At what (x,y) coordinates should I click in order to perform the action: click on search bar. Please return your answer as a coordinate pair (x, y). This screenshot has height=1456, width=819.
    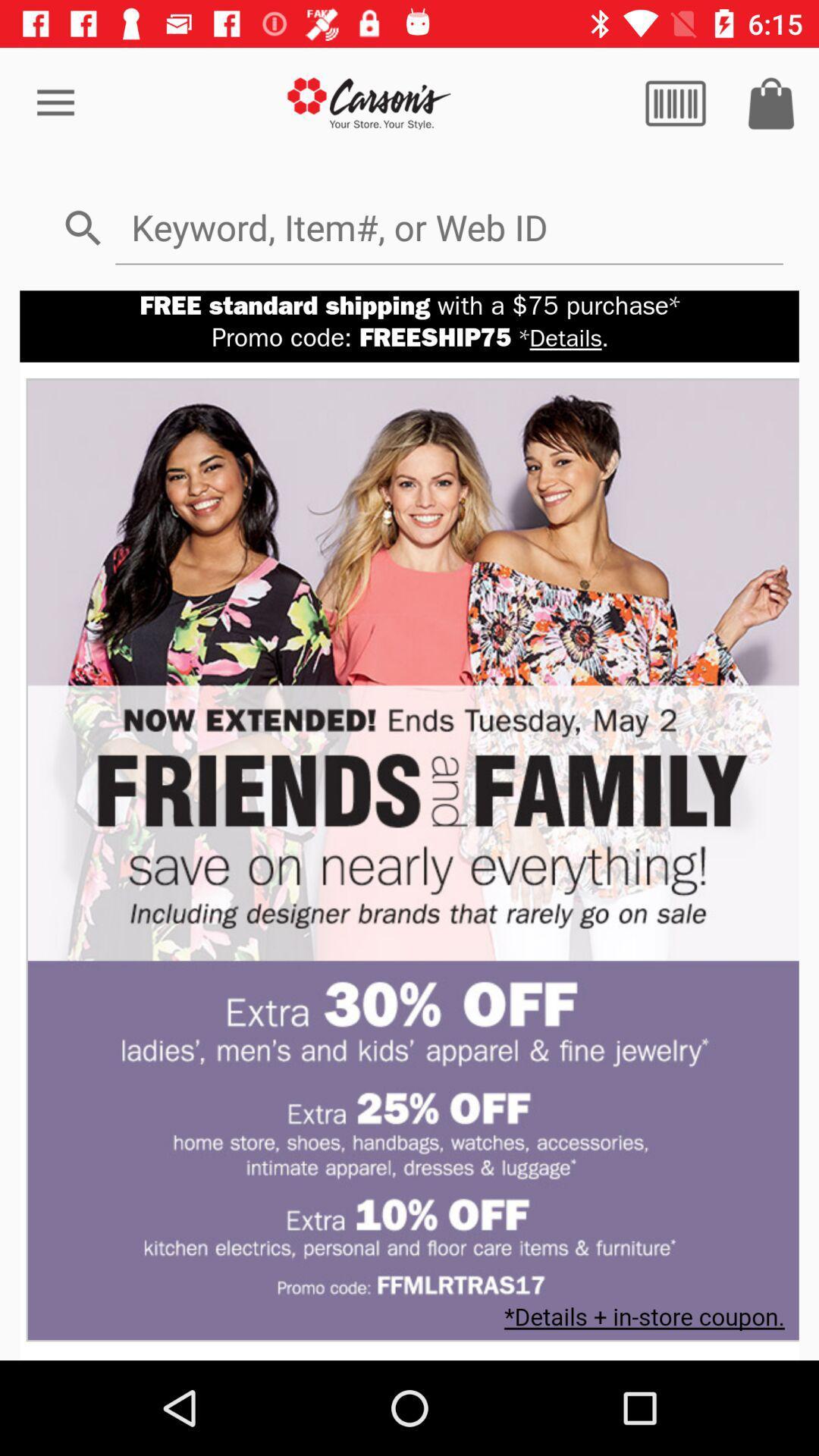
    Looking at the image, I should click on (448, 226).